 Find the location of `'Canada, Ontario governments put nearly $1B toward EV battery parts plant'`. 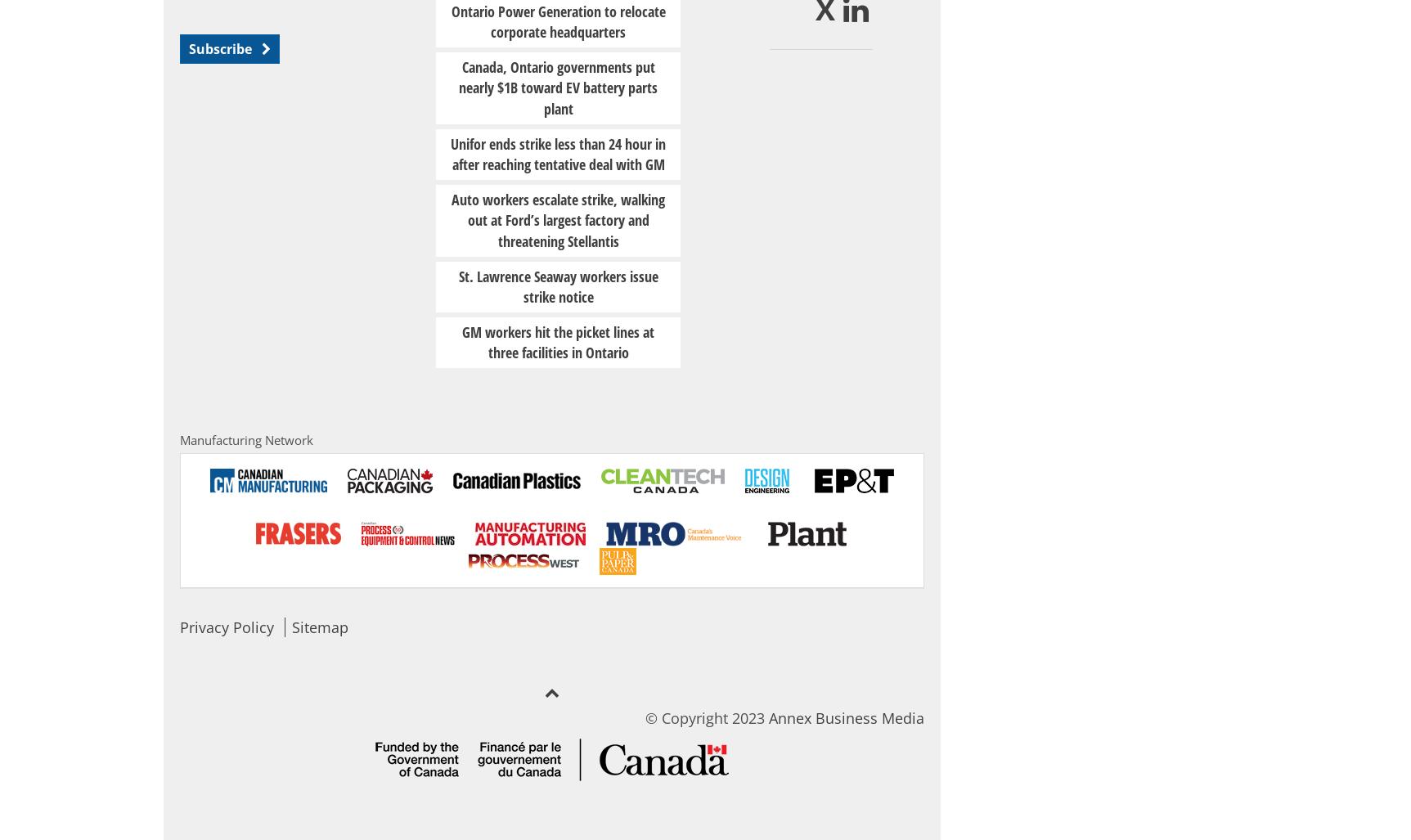

'Canada, Ontario governments put nearly $1B toward EV battery parts plant' is located at coordinates (457, 87).